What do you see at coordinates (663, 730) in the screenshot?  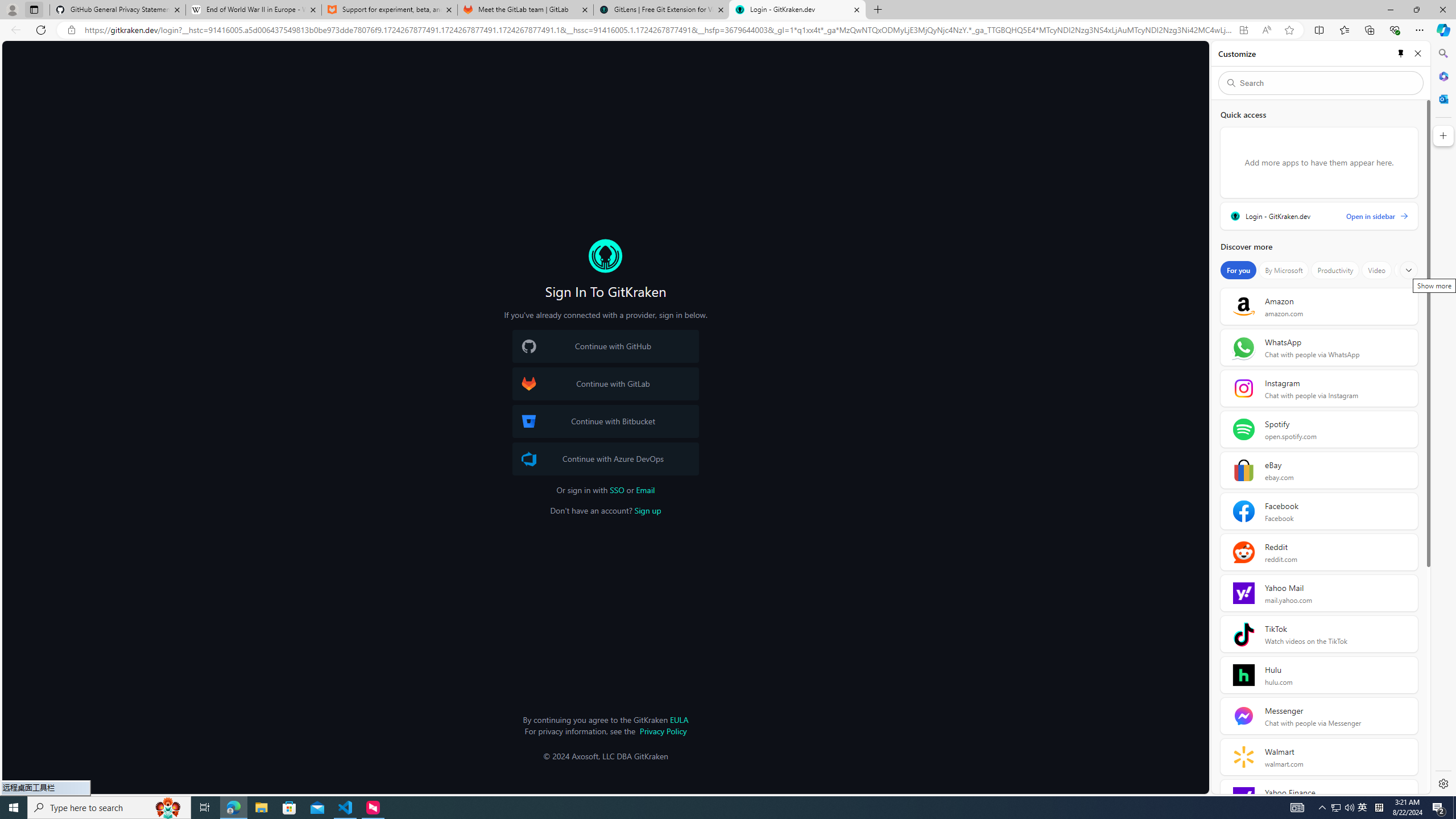 I see `'Privacy Policy'` at bounding box center [663, 730].